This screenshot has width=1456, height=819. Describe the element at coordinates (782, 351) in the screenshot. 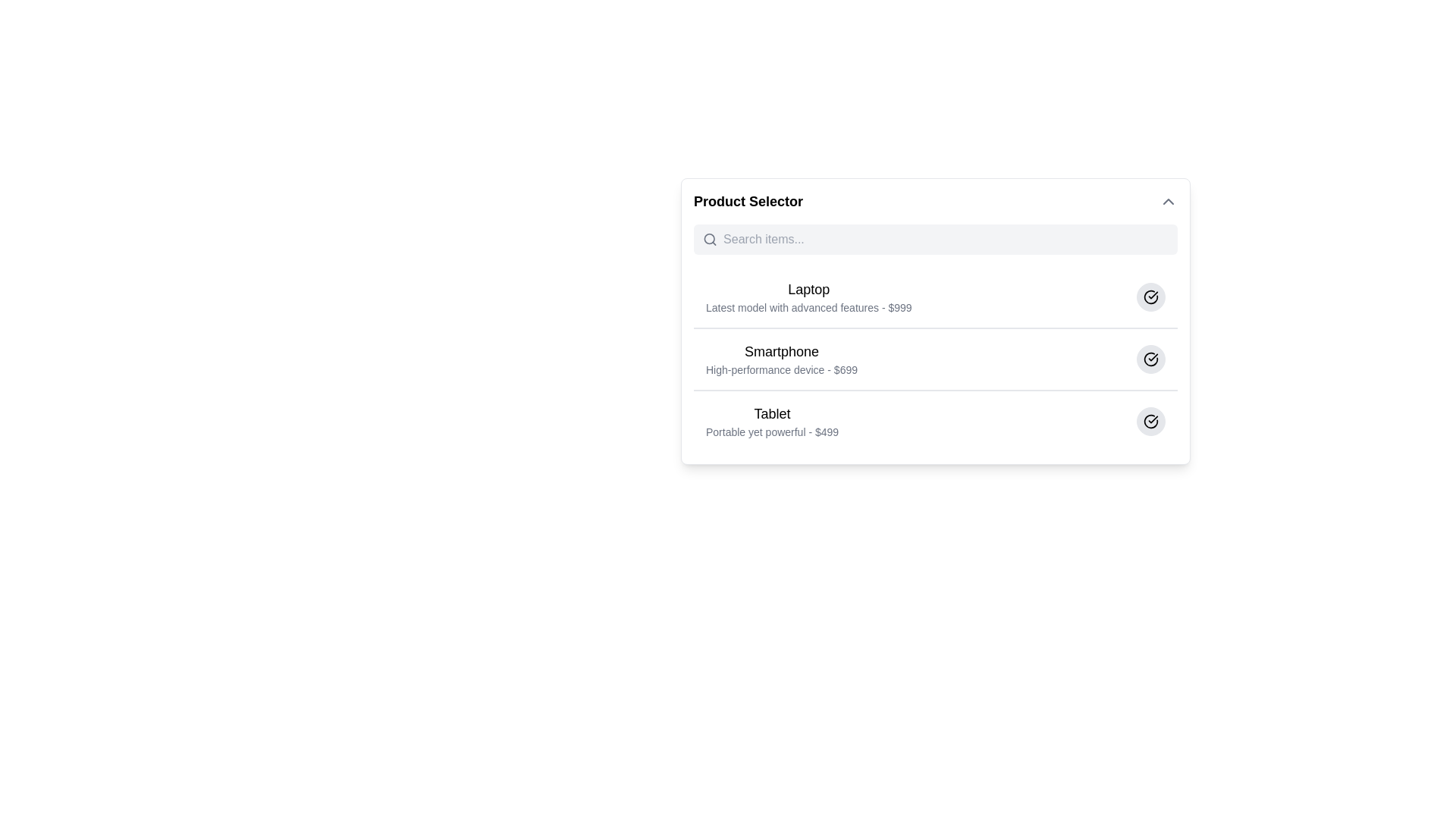

I see `the 'Smartphone' text label, which is the main title of the second product option, displayed in bold and larger font above the description 'High-performance device - $699'` at that location.